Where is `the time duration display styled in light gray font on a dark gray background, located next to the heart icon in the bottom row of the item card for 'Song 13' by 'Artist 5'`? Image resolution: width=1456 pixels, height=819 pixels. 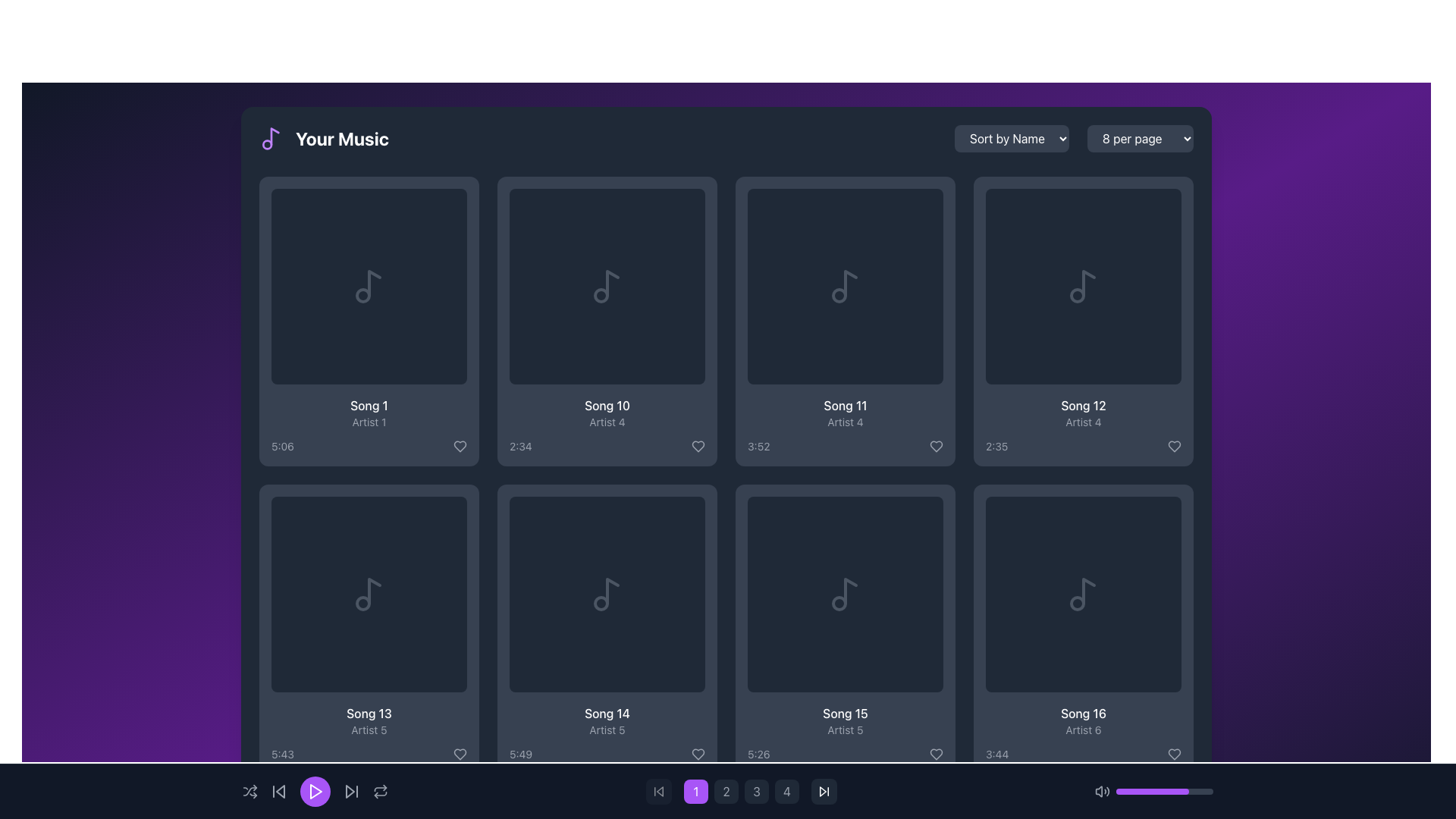 the time duration display styled in light gray font on a dark gray background, located next to the heart icon in the bottom row of the item card for 'Song 13' by 'Artist 5' is located at coordinates (369, 755).